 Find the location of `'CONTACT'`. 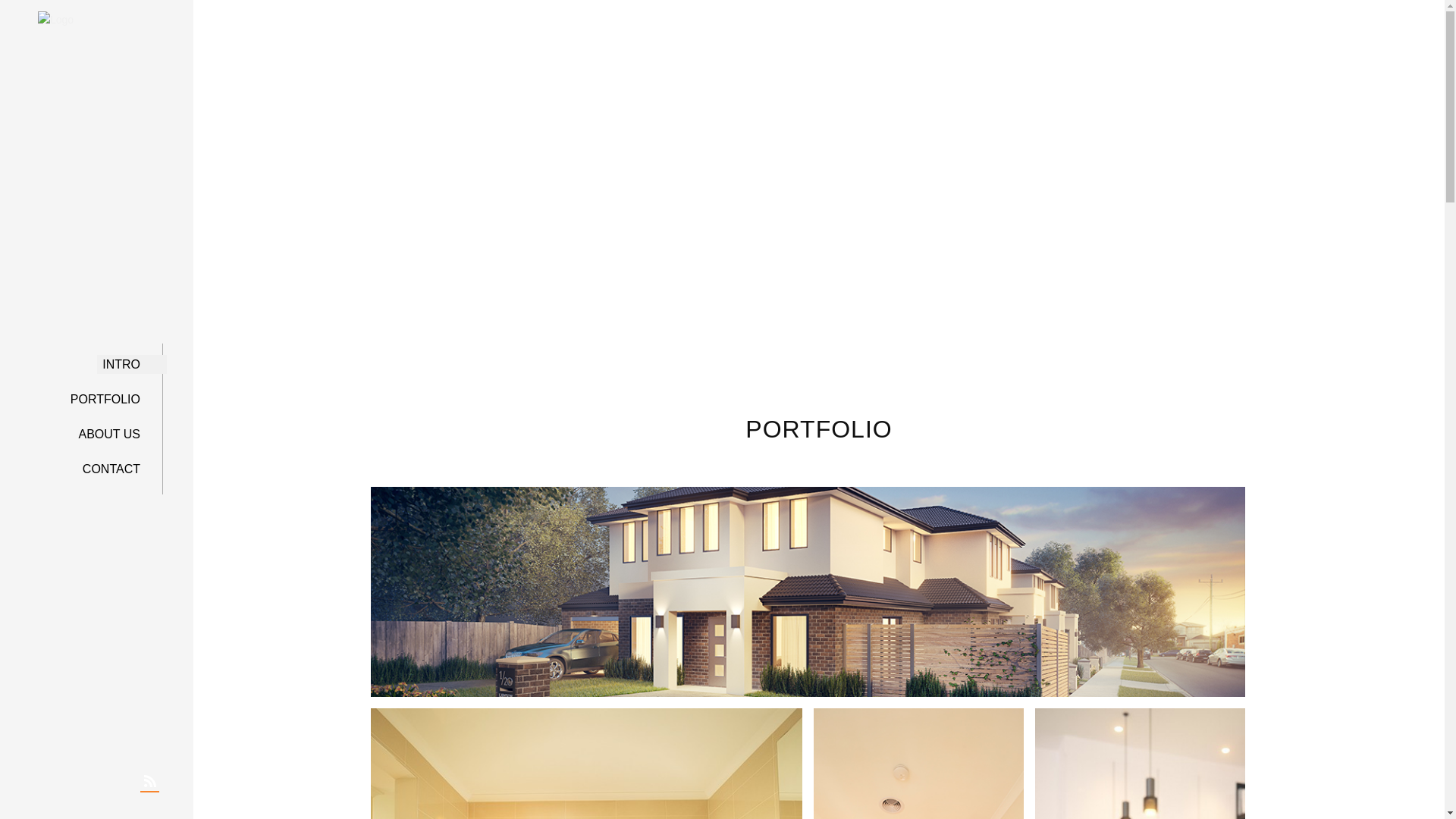

'CONTACT' is located at coordinates (118, 468).